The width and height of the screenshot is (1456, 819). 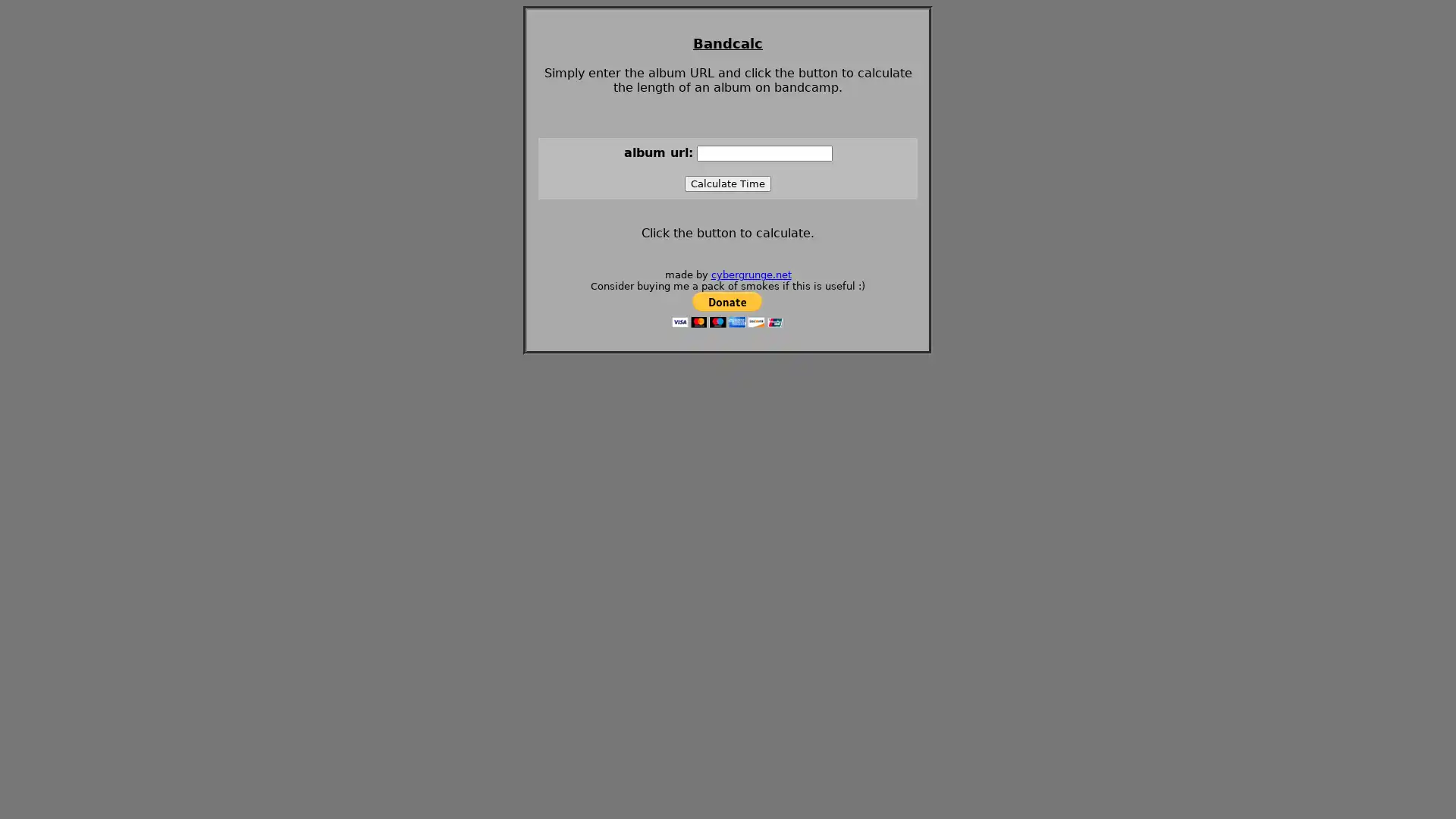 I want to click on Donate with PayPal button, so click(x=726, y=309).